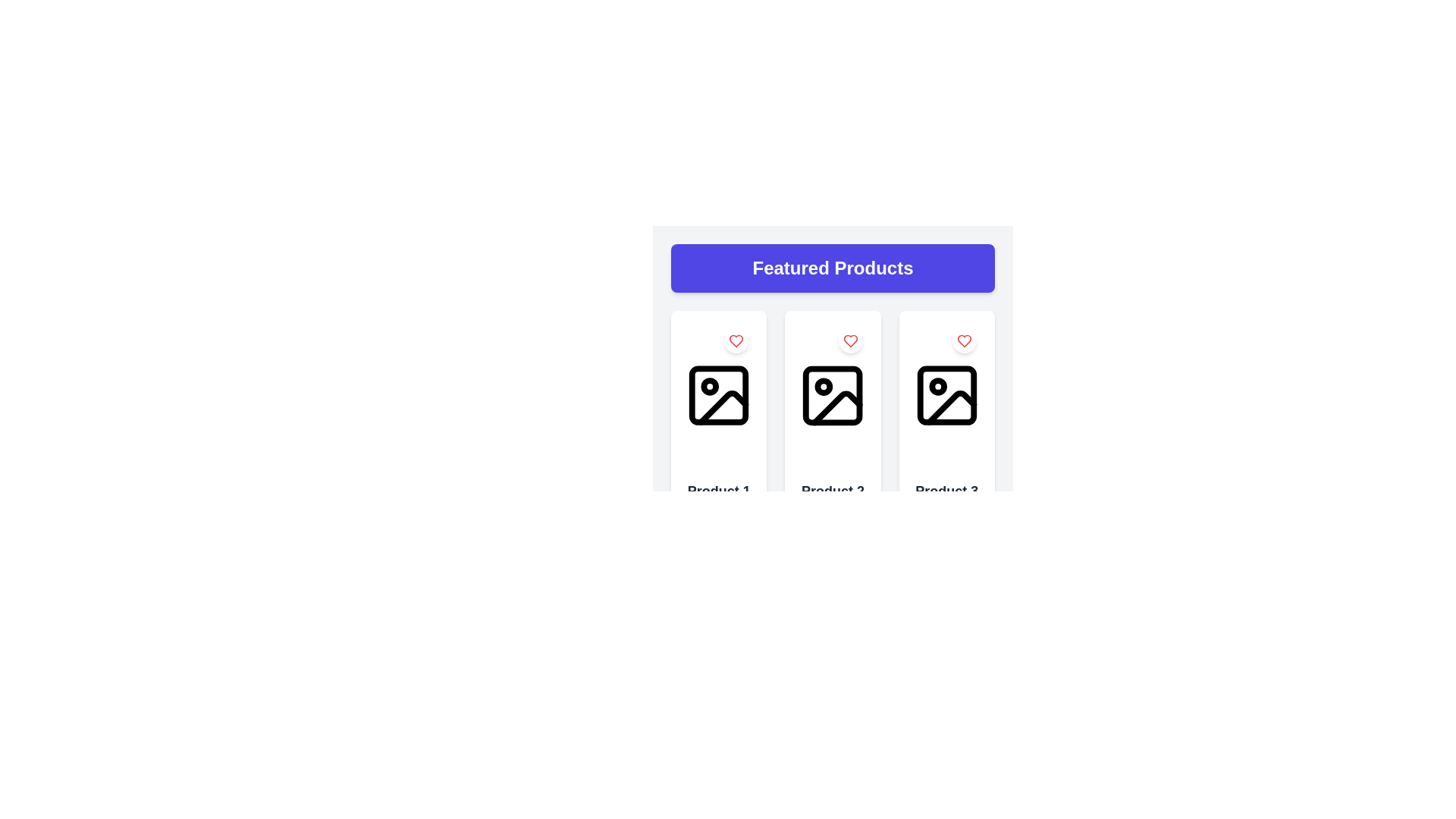  I want to click on the graphical shape within the SVG icon located at the top-left region of the first product card under the 'Featured Products' header, so click(718, 394).